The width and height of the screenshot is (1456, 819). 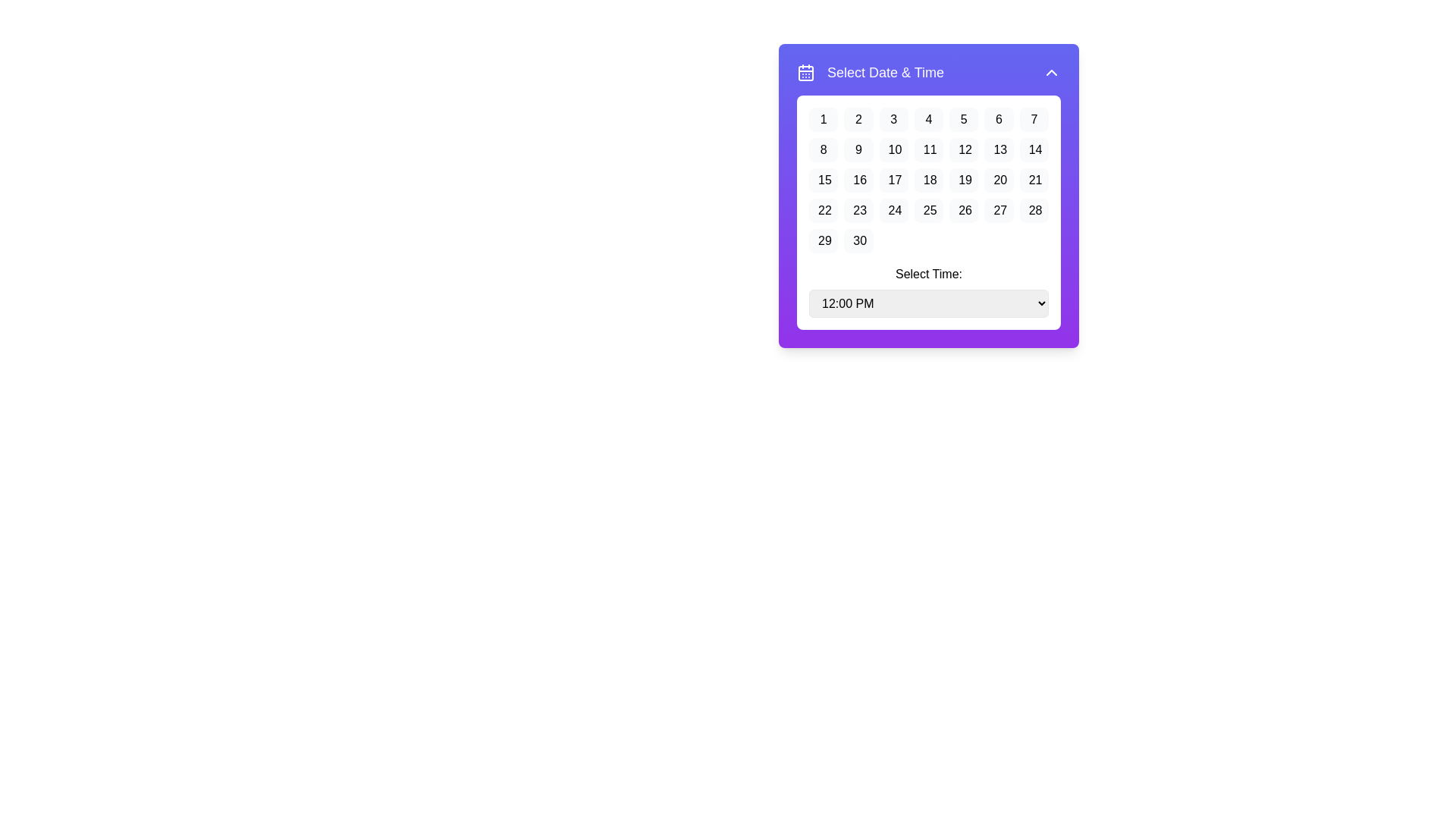 What do you see at coordinates (858, 149) in the screenshot?
I see `the button that allows the user to select the 9th day of the month in the date-picker component` at bounding box center [858, 149].